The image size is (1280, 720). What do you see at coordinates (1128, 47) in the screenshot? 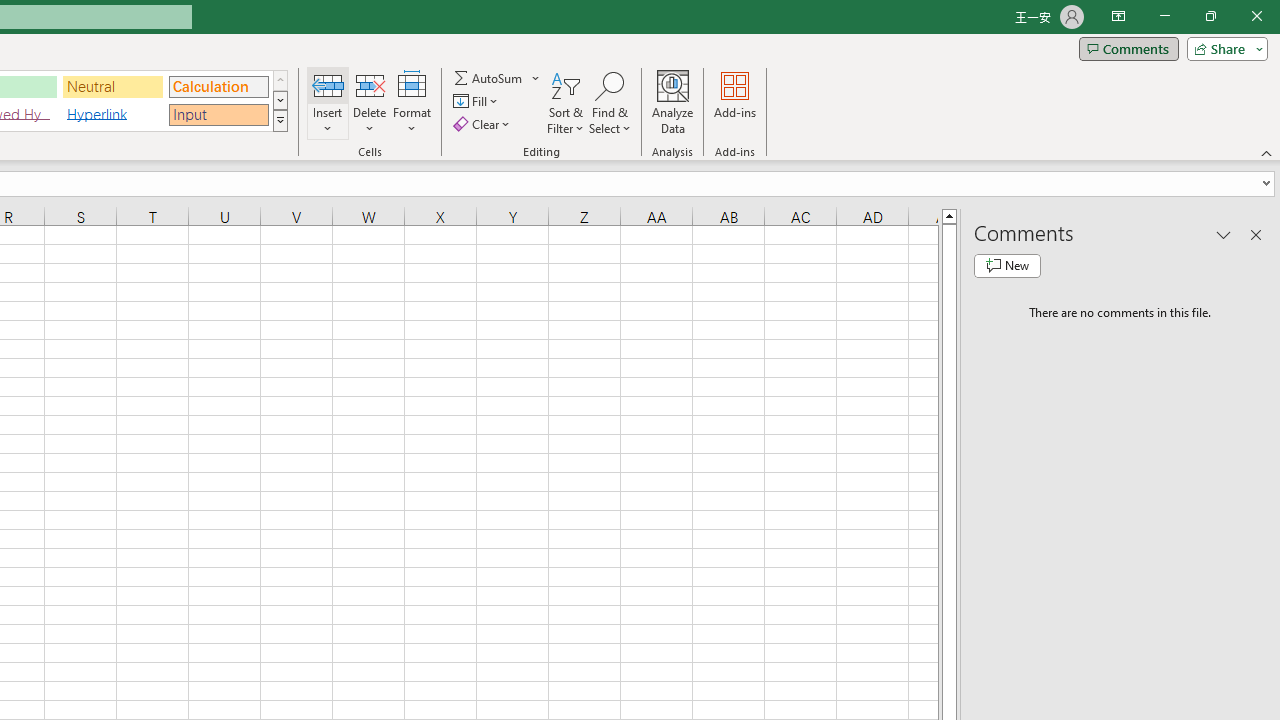
I see `'Comments'` at bounding box center [1128, 47].